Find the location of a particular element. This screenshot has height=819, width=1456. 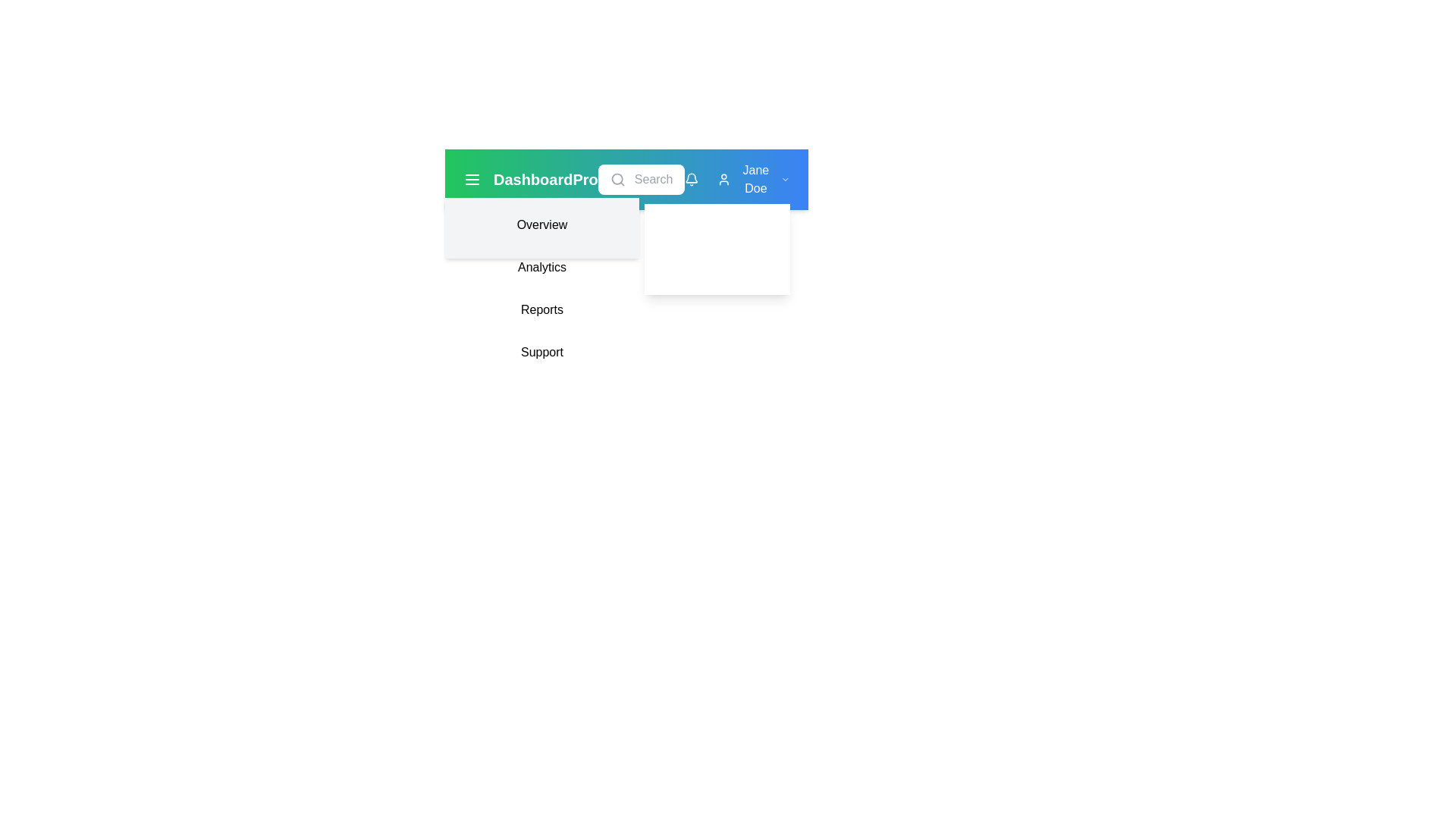

the 'Analytics' menu item located in the sidebar is located at coordinates (542, 289).